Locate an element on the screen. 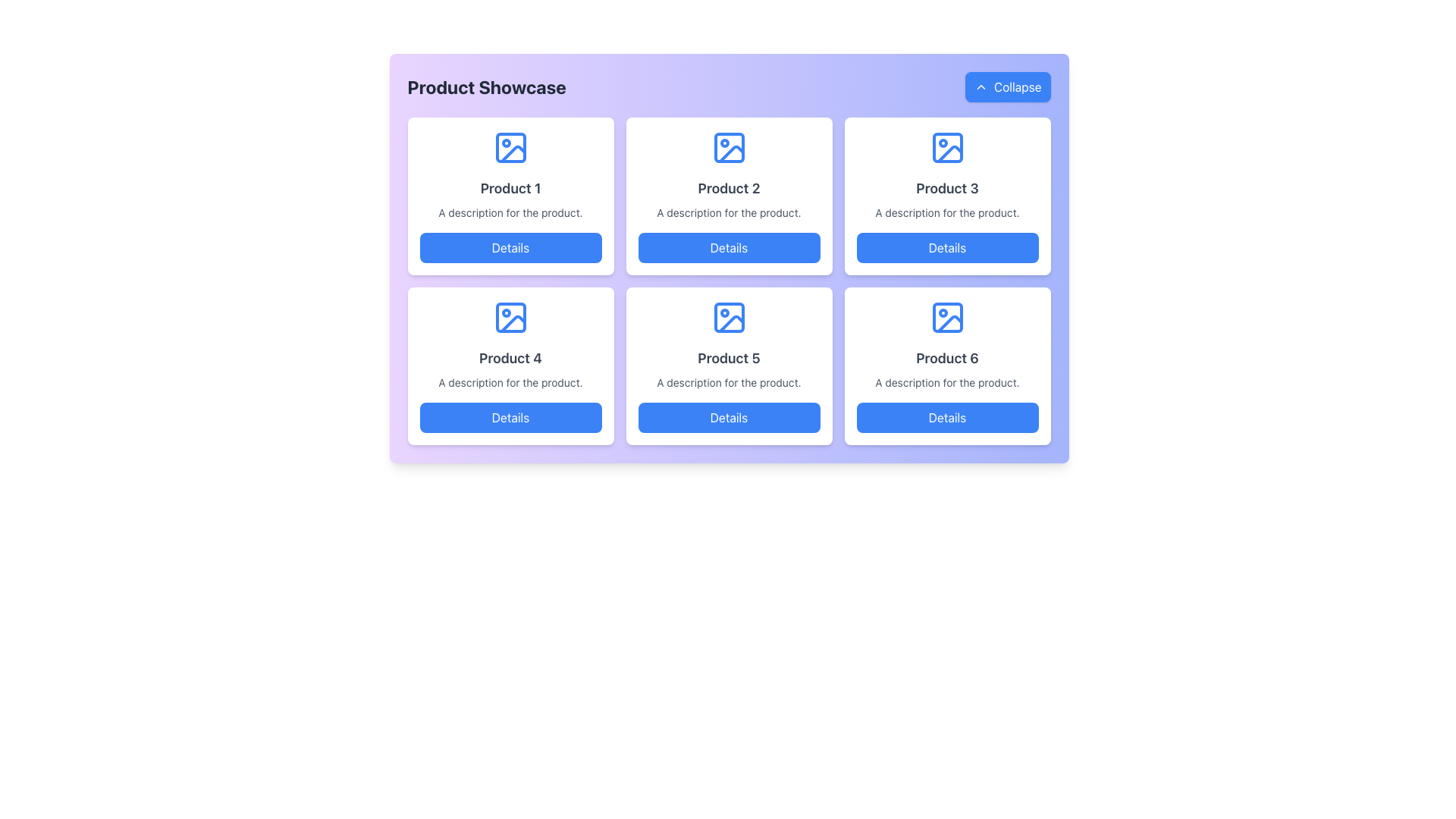 The width and height of the screenshot is (1456, 819). the SVG rectangle element located at the bottom-right corner of the 'Product 6' icon, which serves an informational or decorative purpose is located at coordinates (946, 317).